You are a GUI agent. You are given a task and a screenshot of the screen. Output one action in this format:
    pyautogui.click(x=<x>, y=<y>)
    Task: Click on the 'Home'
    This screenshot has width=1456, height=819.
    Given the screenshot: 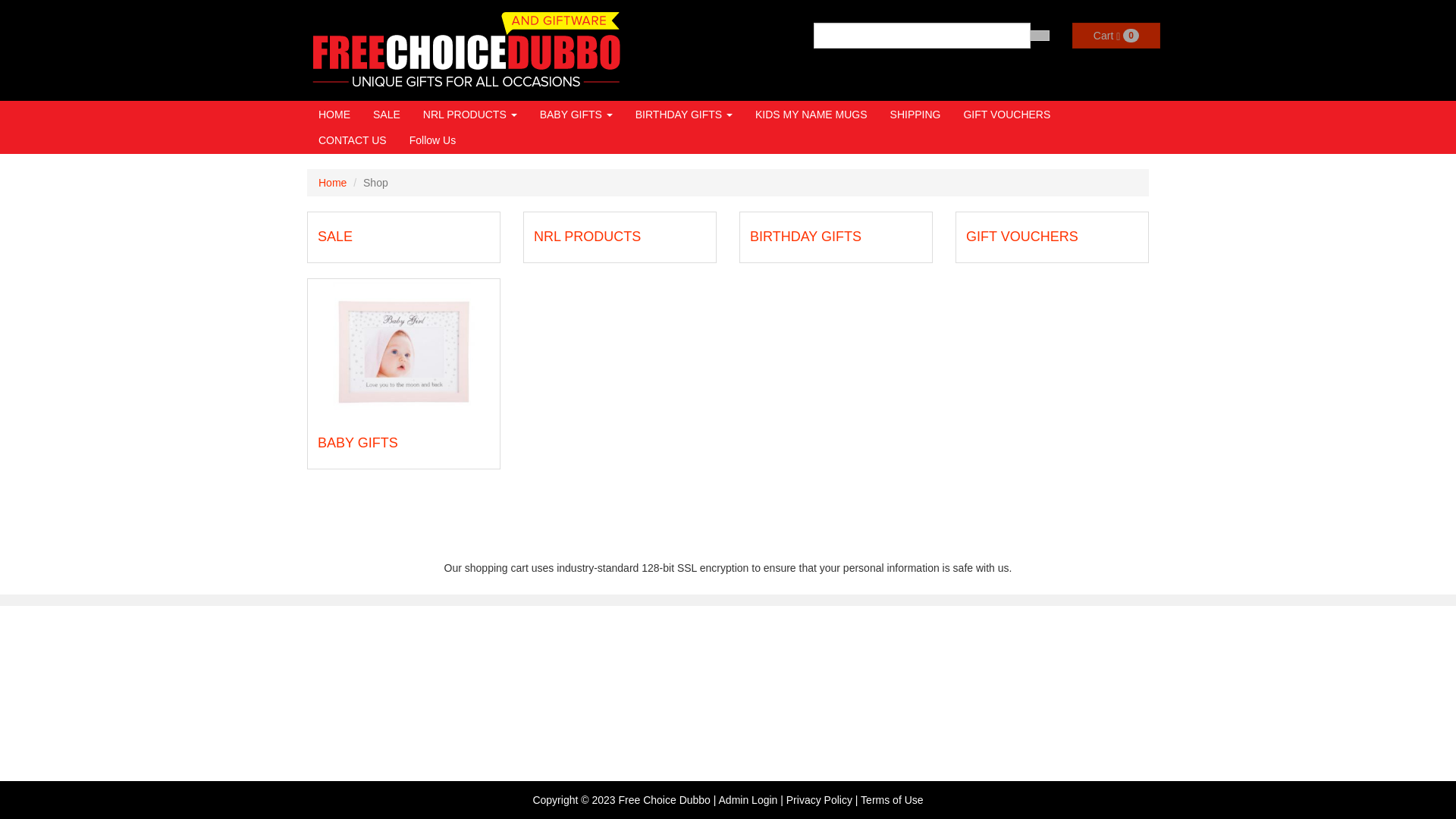 What is the action you would take?
    pyautogui.click(x=331, y=181)
    